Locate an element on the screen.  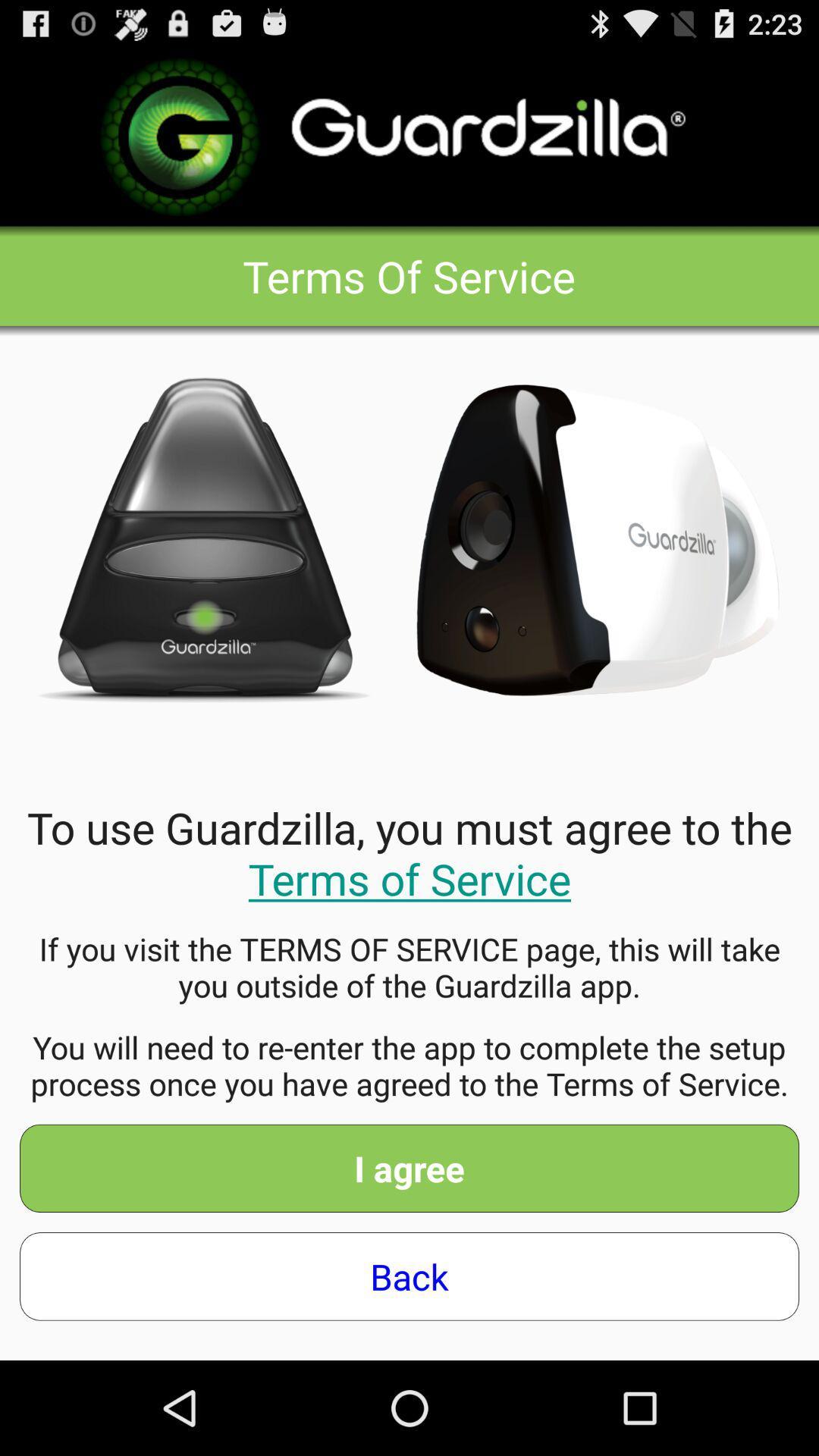
back app is located at coordinates (409, 1276).